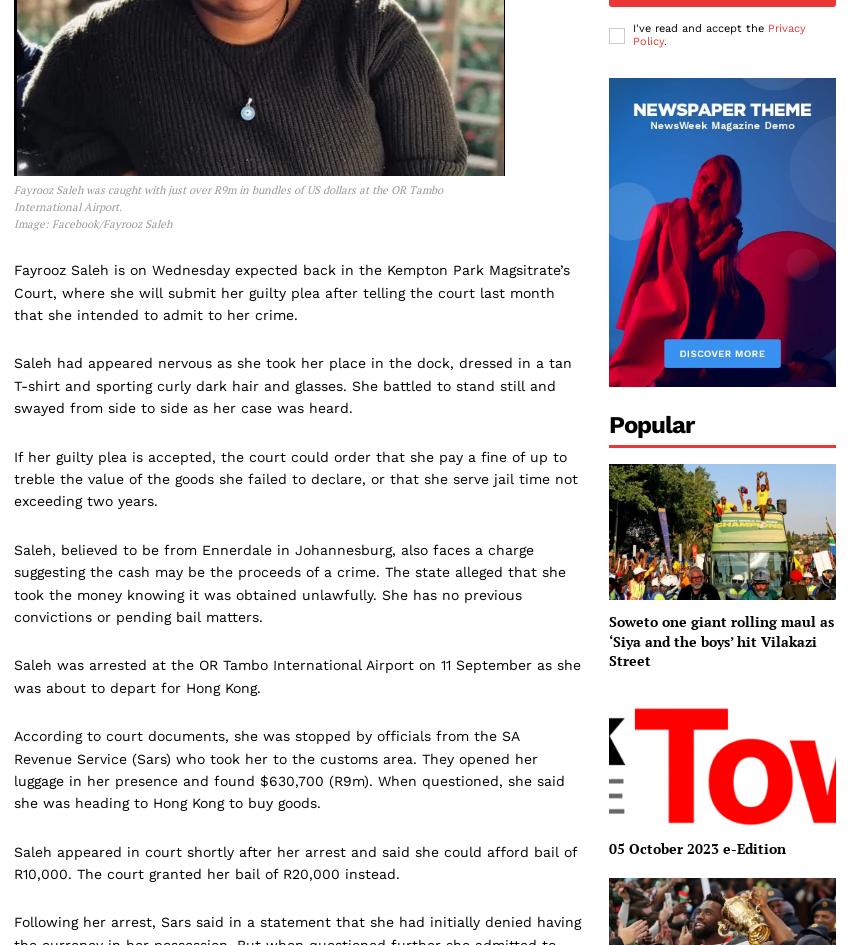 The height and width of the screenshot is (945, 850). Describe the element at coordinates (91, 222) in the screenshot. I see `'Image: Facebook/Fayrooz Saleh'` at that location.